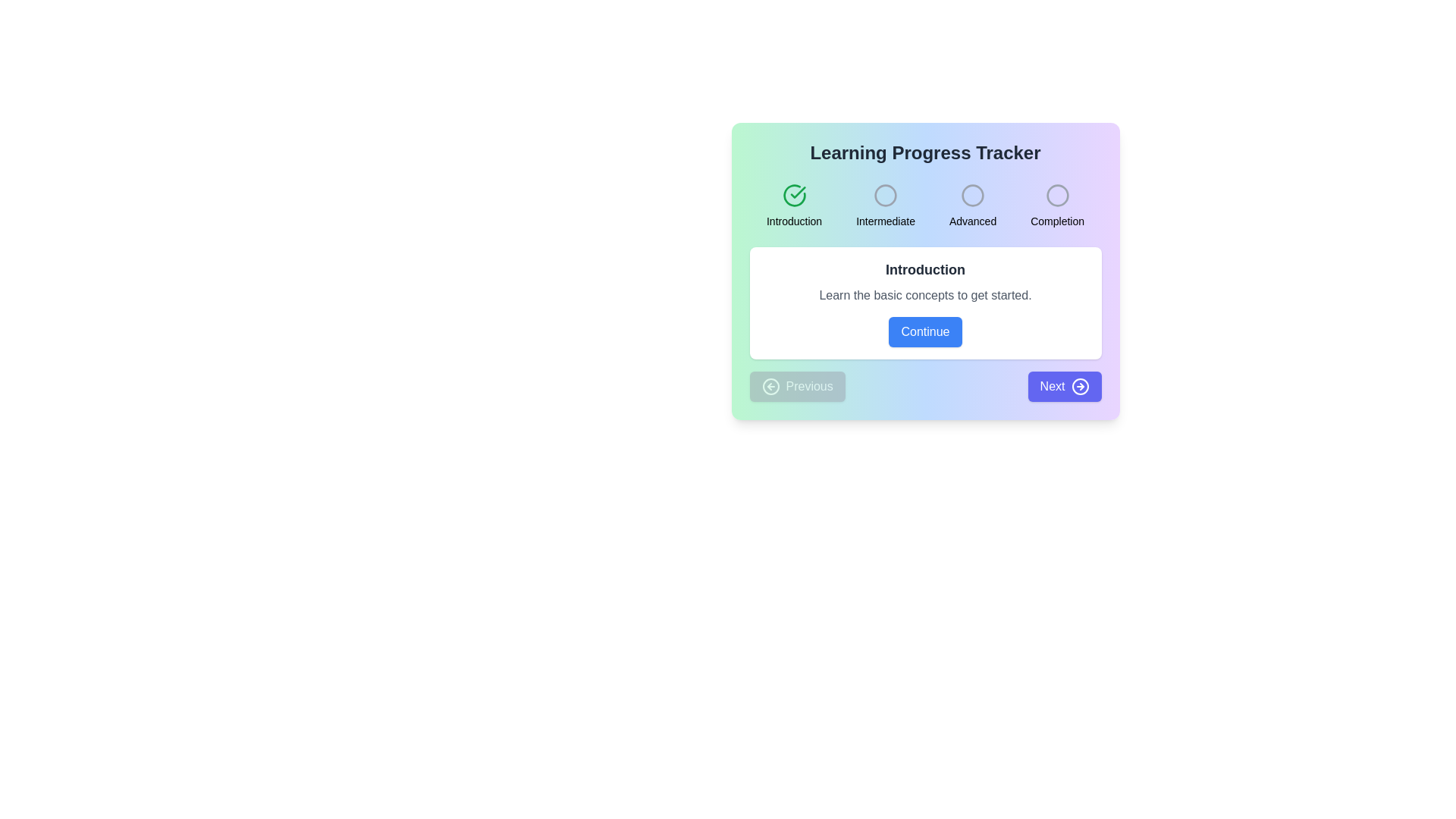 The image size is (1456, 819). I want to click on the SVG graphic icon representing the completed 'Introduction' step in the progress tracker, located near the top-left section of the progress tracker bar, so click(793, 195).